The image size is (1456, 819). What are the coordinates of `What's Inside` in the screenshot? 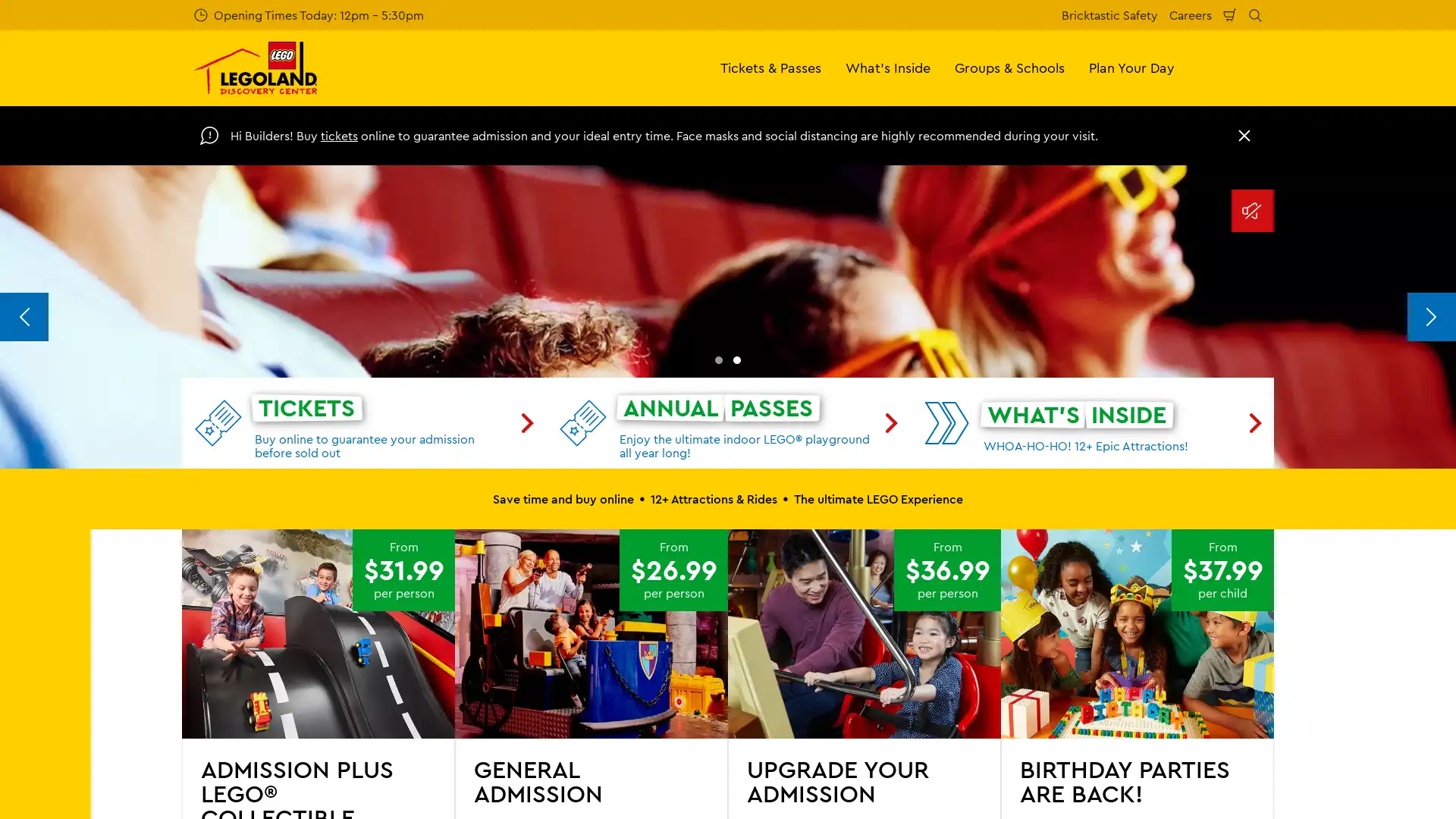 It's located at (888, 67).